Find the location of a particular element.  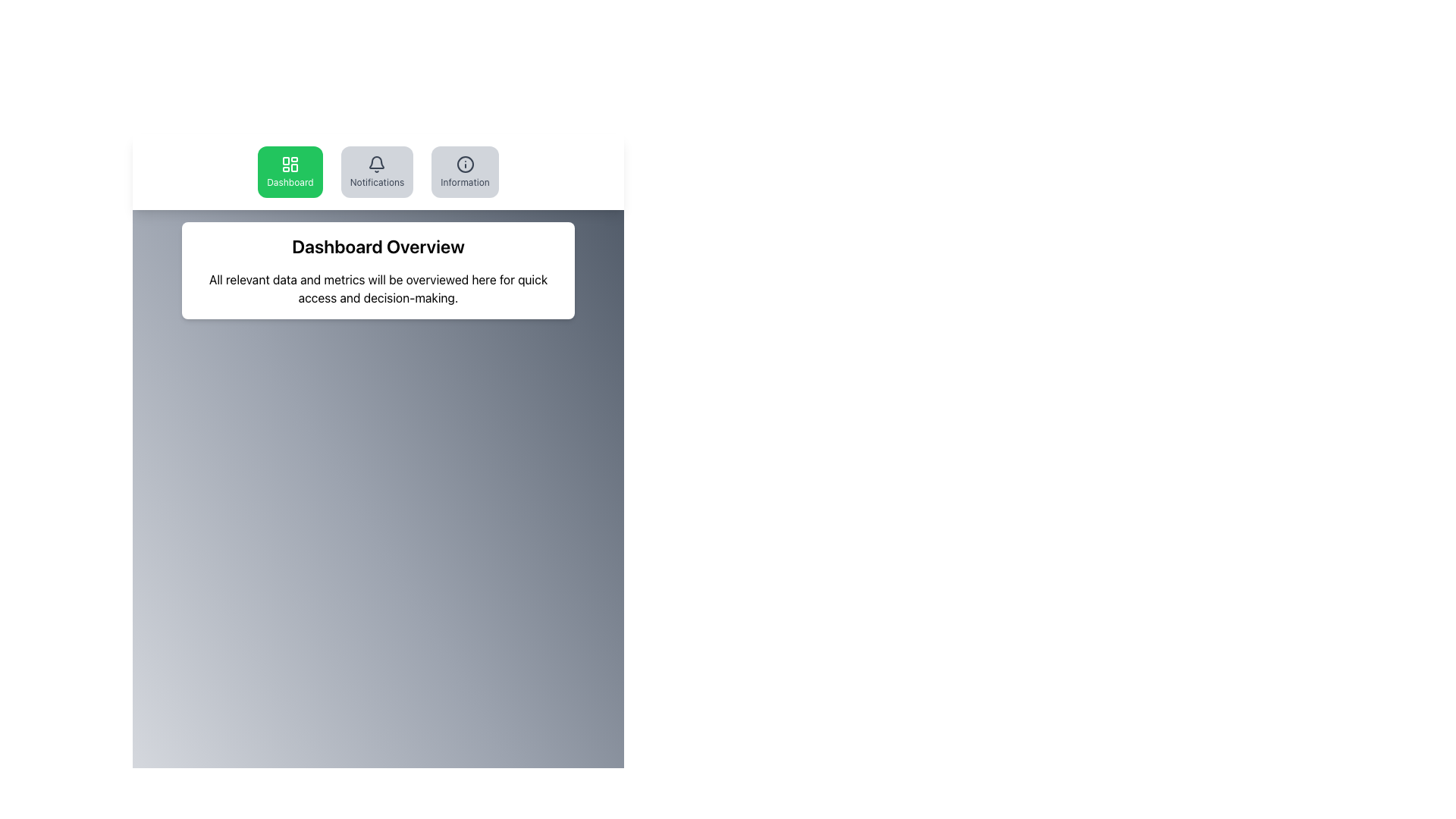

the small text label displaying the word 'Information' in light-gray font, located below an icon within a rounded rectangular card with a gray background is located at coordinates (464, 181).